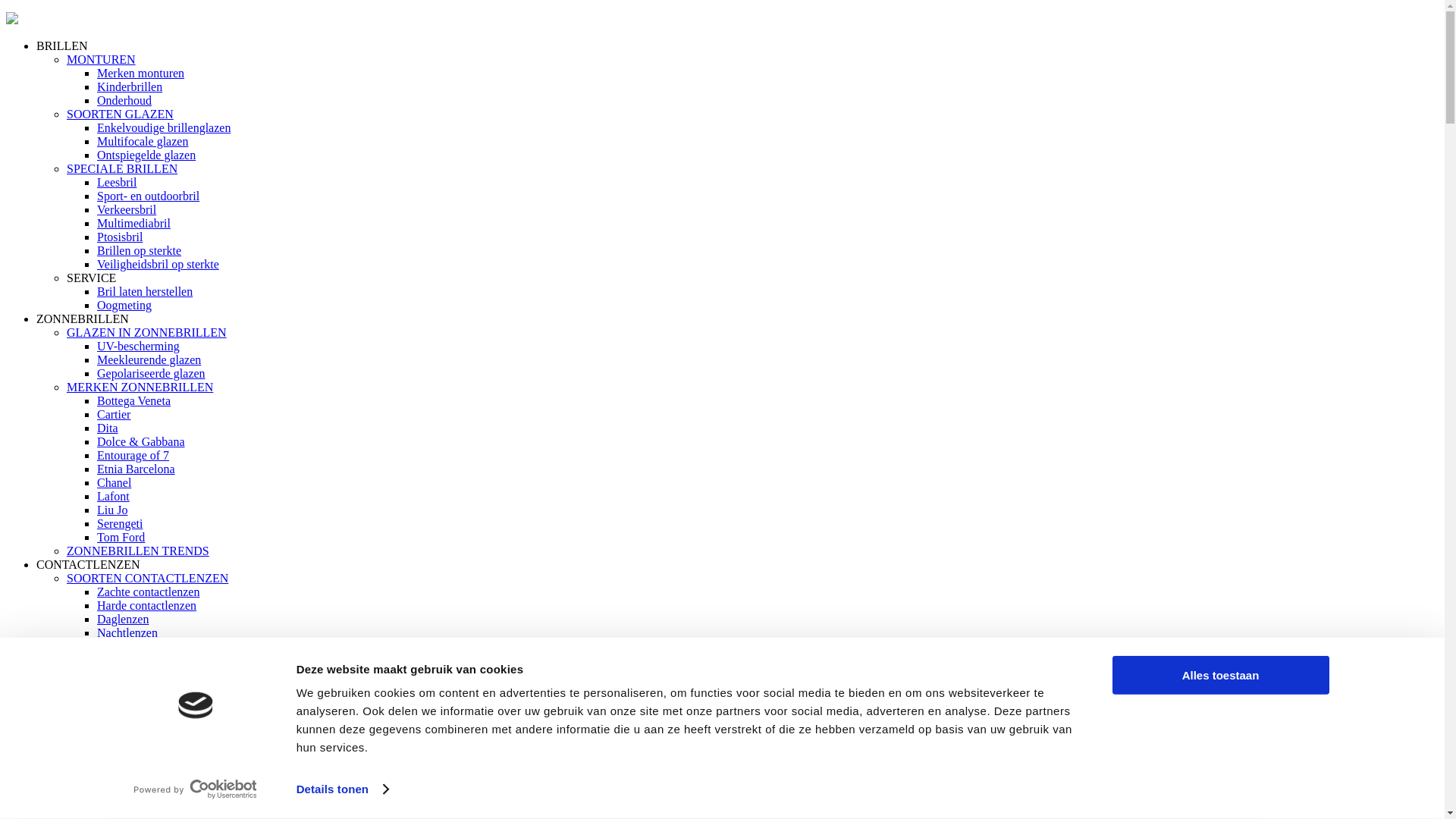  Describe the element at coordinates (164, 127) in the screenshot. I see `'Enkelvoudige brillenglazen'` at that location.